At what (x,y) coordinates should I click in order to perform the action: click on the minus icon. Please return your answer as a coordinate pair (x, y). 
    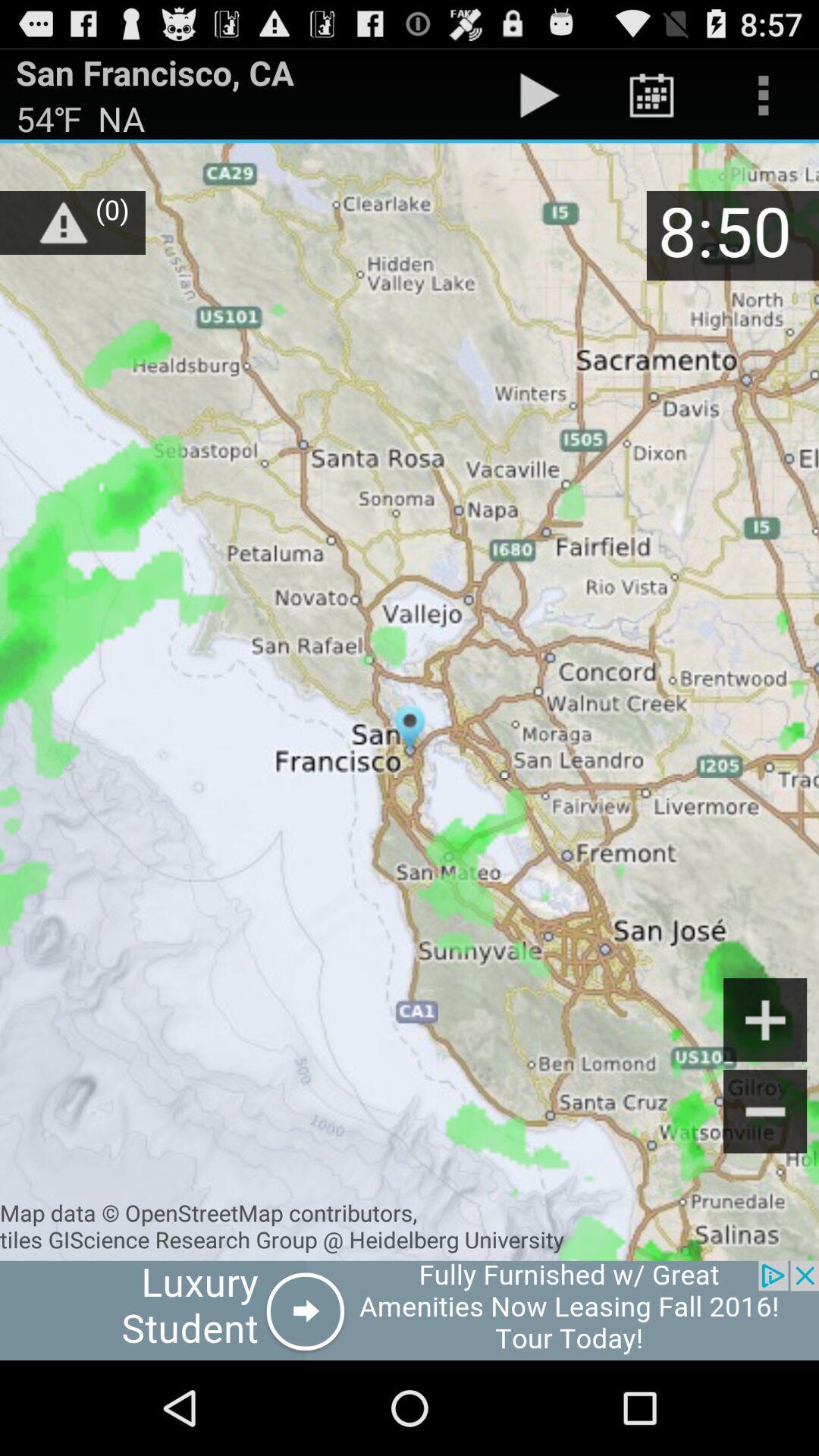
    Looking at the image, I should click on (765, 1188).